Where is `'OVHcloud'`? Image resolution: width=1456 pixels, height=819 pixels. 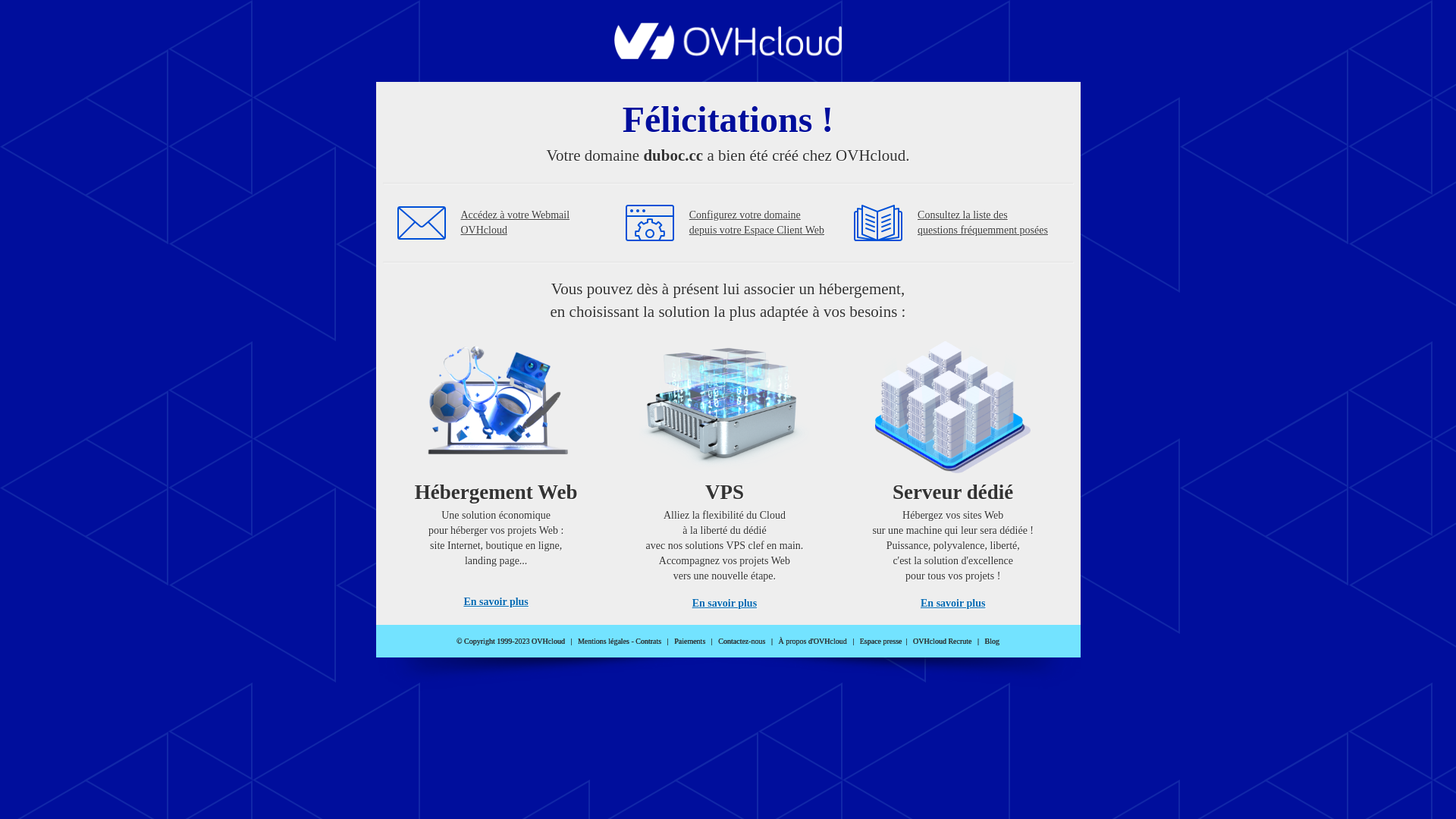
'OVHcloud' is located at coordinates (728, 54).